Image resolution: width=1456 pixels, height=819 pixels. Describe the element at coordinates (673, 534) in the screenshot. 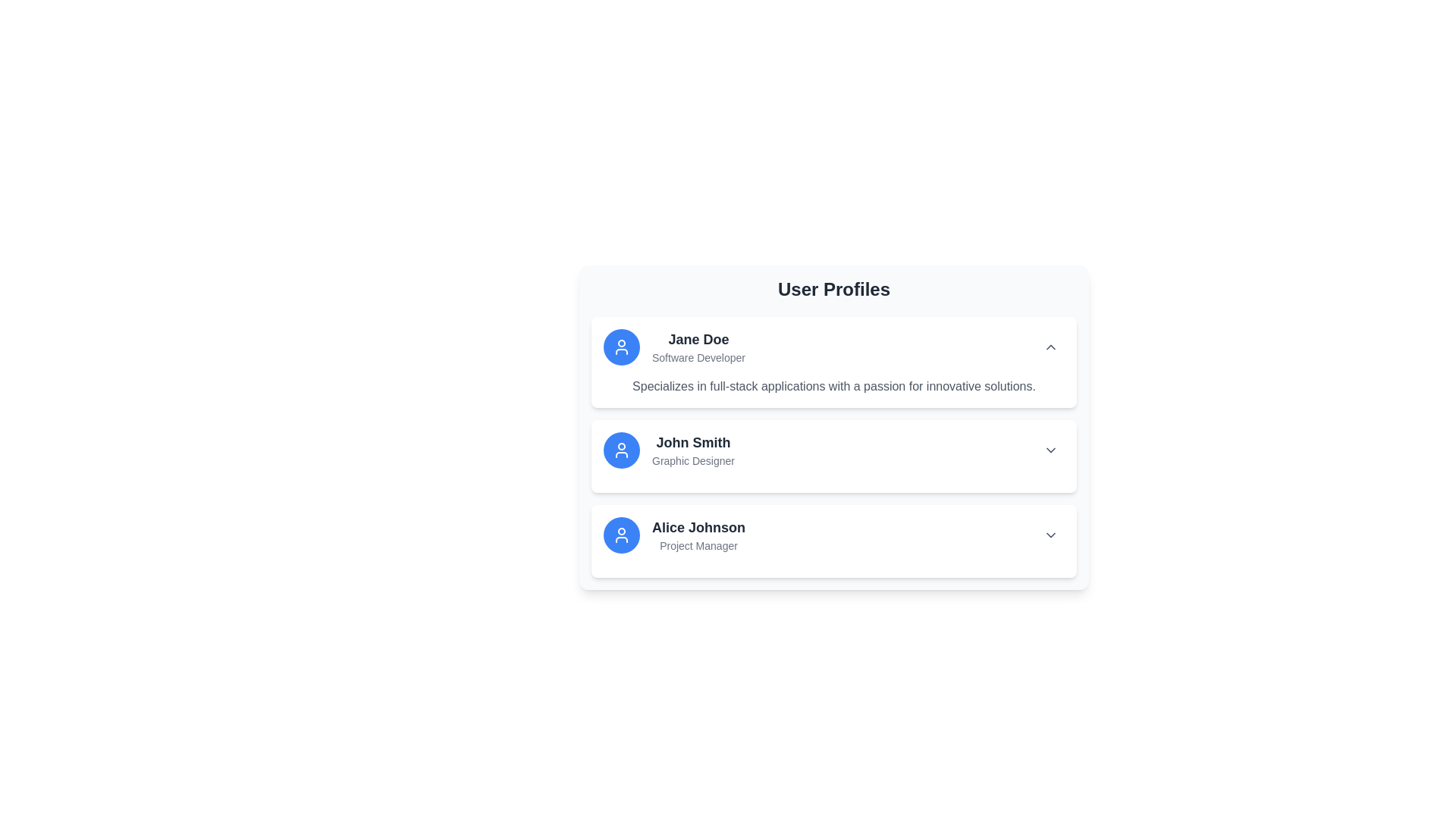

I see `the Profile card component representing 'Alice Johnson', which is the third entry in the vertical list of user profiles` at that location.